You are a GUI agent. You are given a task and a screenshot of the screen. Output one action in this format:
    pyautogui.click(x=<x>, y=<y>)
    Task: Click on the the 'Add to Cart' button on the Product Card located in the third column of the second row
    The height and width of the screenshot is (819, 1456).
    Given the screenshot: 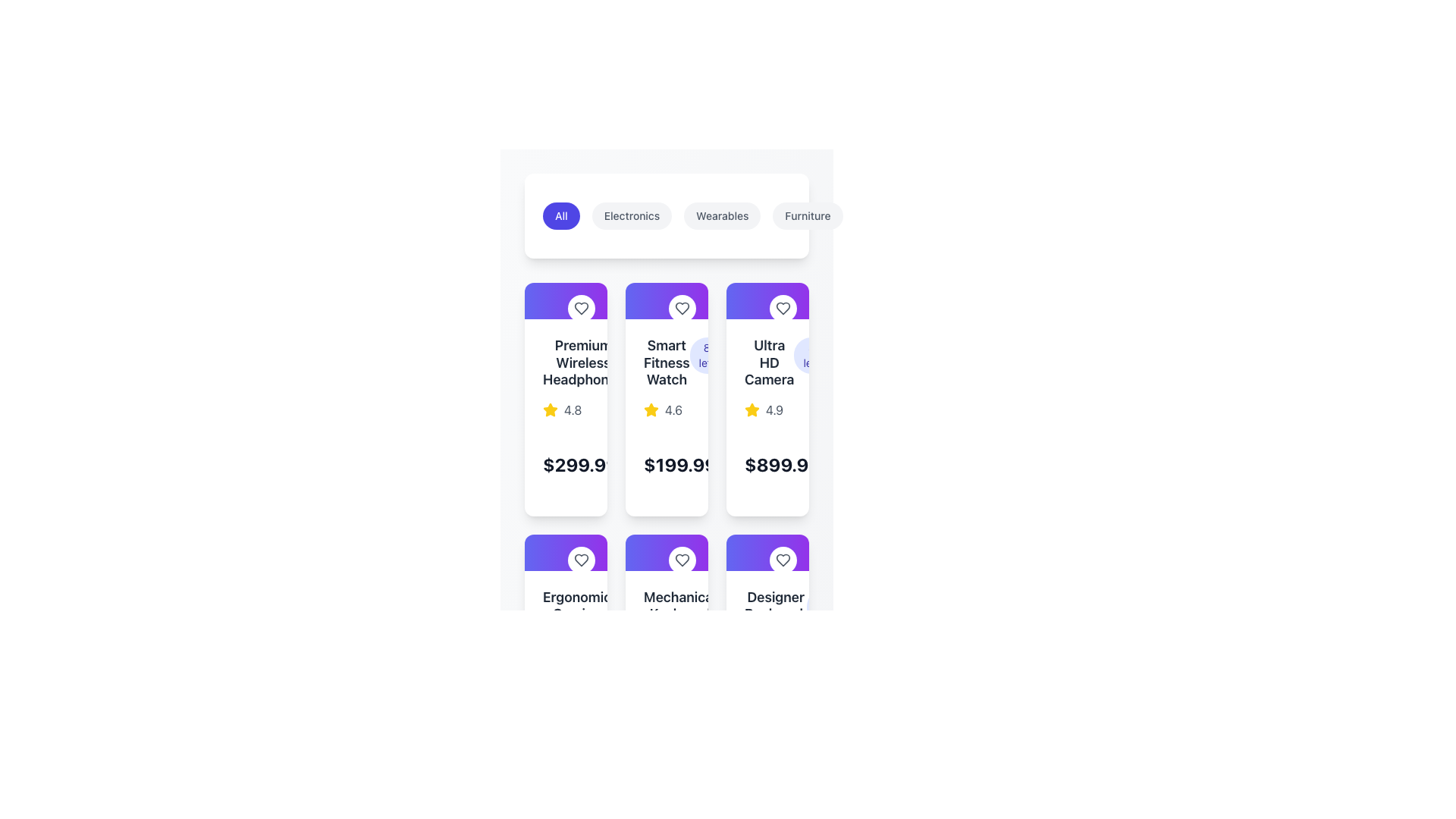 What is the action you would take?
    pyautogui.click(x=767, y=650)
    